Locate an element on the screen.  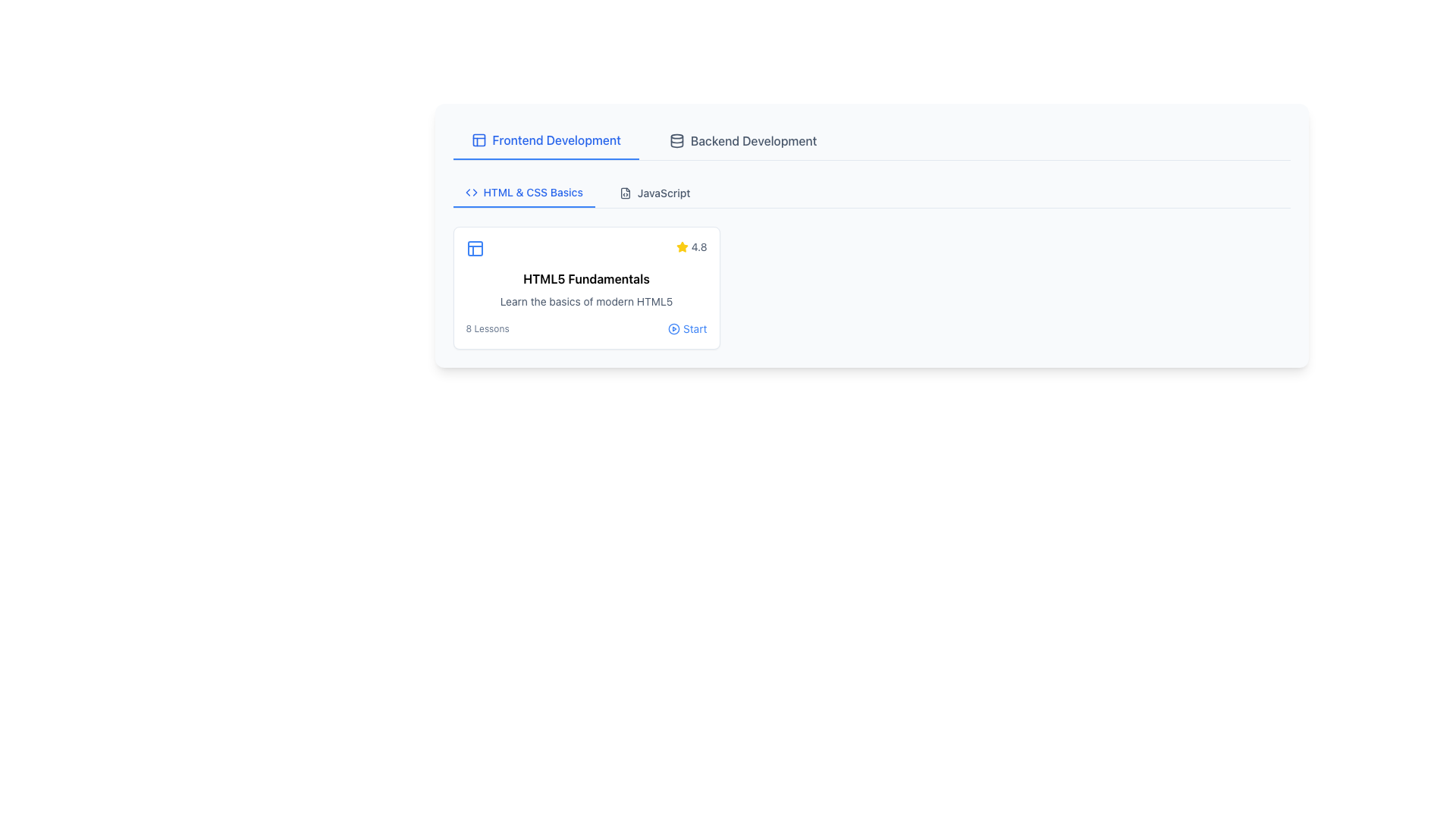
the first tab from the left in the top tab bar, which has an icon and text, to switch the displayed content to the 'Frontend Development' section is located at coordinates (546, 140).